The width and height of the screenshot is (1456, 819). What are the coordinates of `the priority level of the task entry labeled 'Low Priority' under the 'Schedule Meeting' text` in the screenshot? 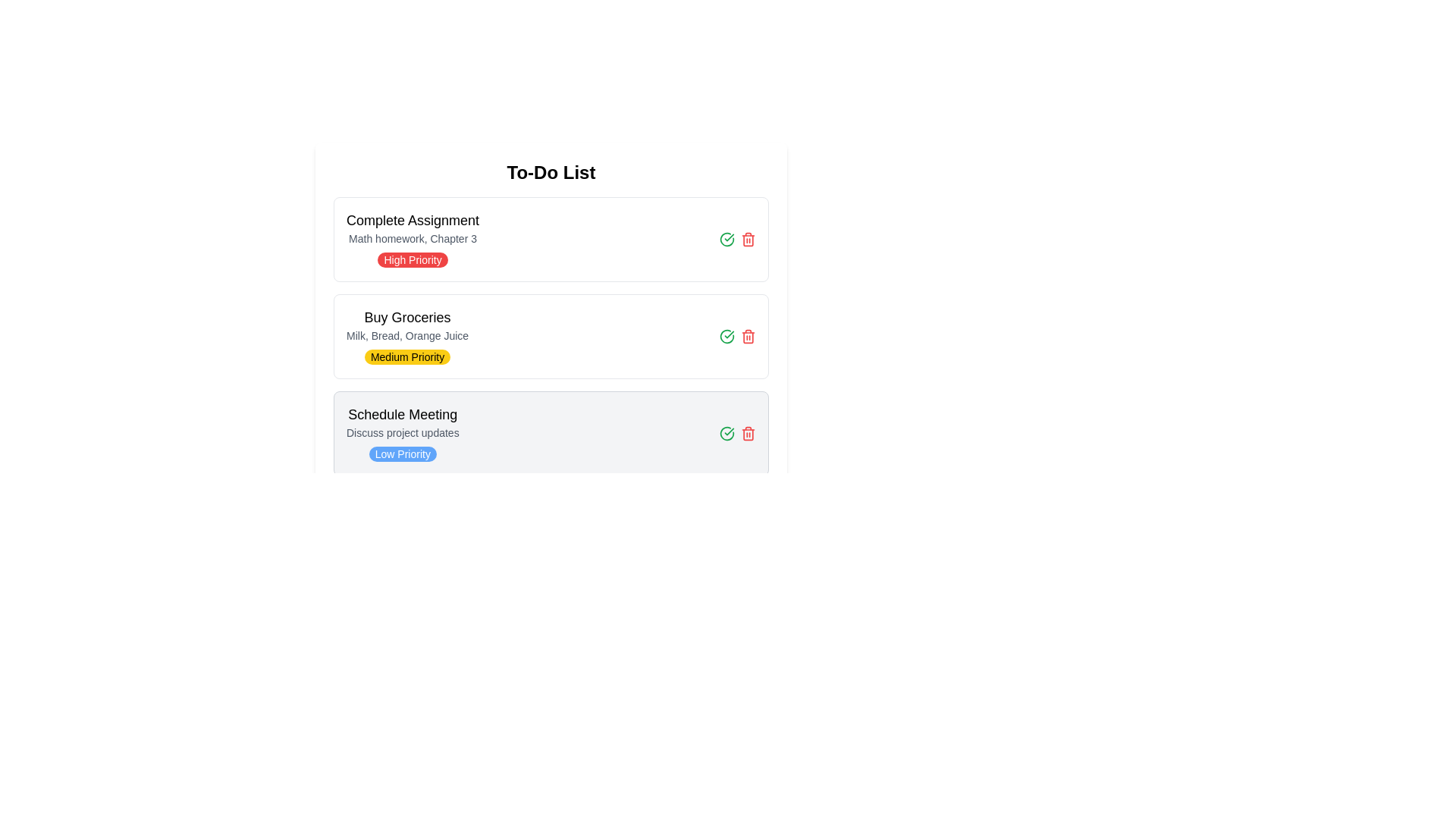 It's located at (403, 433).